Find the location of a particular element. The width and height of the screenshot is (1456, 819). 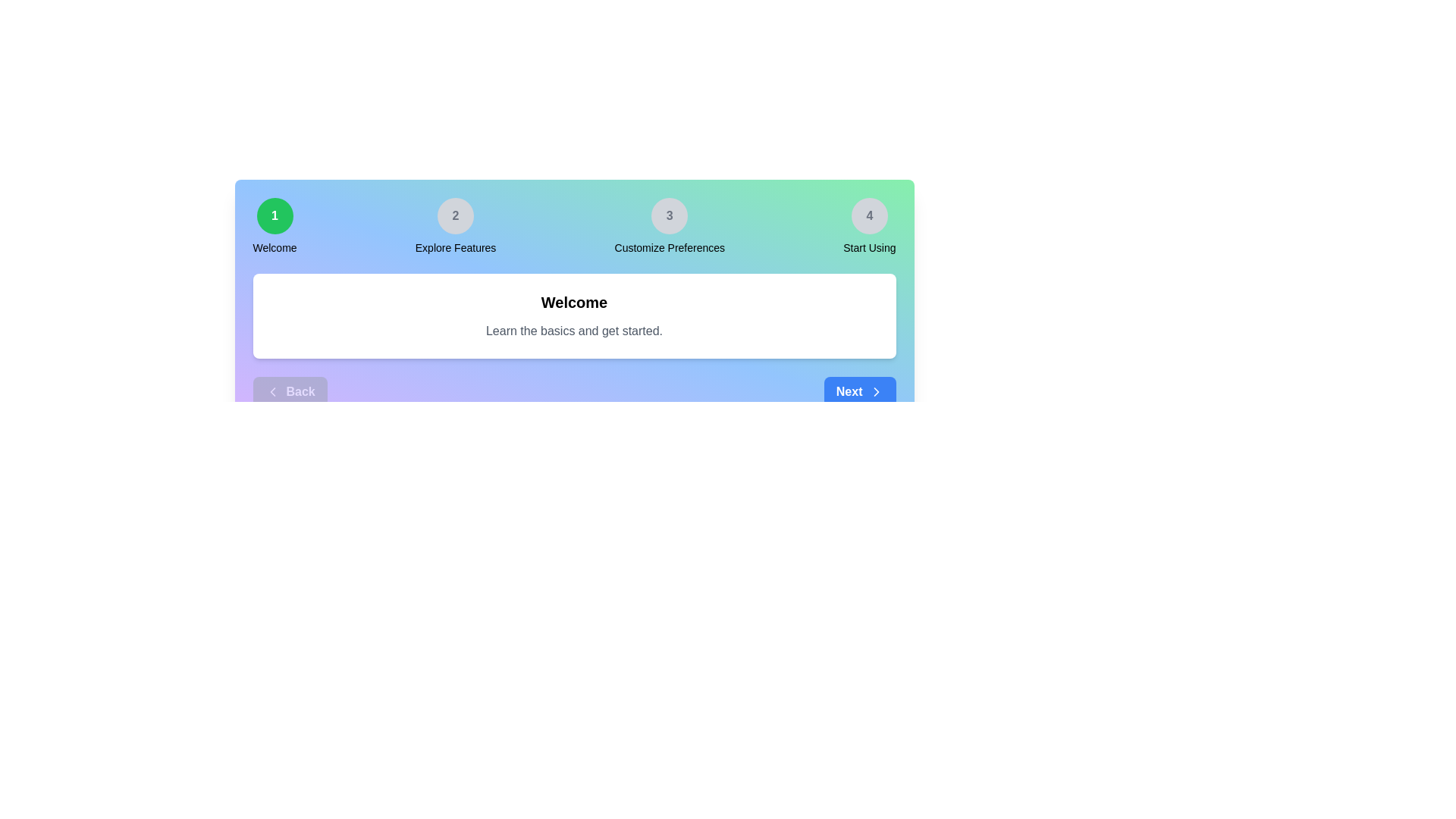

the progress indicator for step 1 to navigate to that step is located at coordinates (275, 216).